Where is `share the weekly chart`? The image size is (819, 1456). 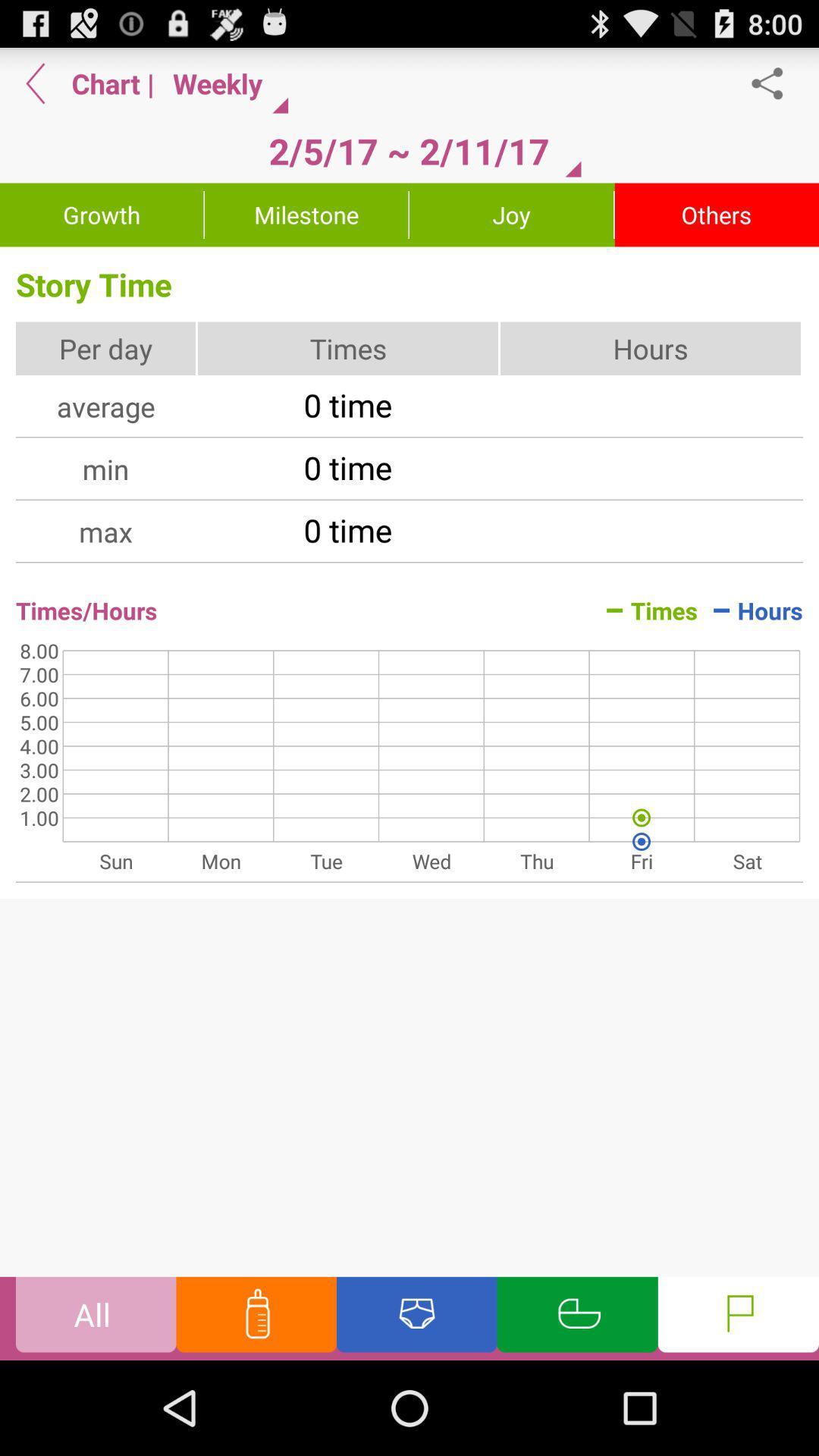 share the weekly chart is located at coordinates (775, 83).